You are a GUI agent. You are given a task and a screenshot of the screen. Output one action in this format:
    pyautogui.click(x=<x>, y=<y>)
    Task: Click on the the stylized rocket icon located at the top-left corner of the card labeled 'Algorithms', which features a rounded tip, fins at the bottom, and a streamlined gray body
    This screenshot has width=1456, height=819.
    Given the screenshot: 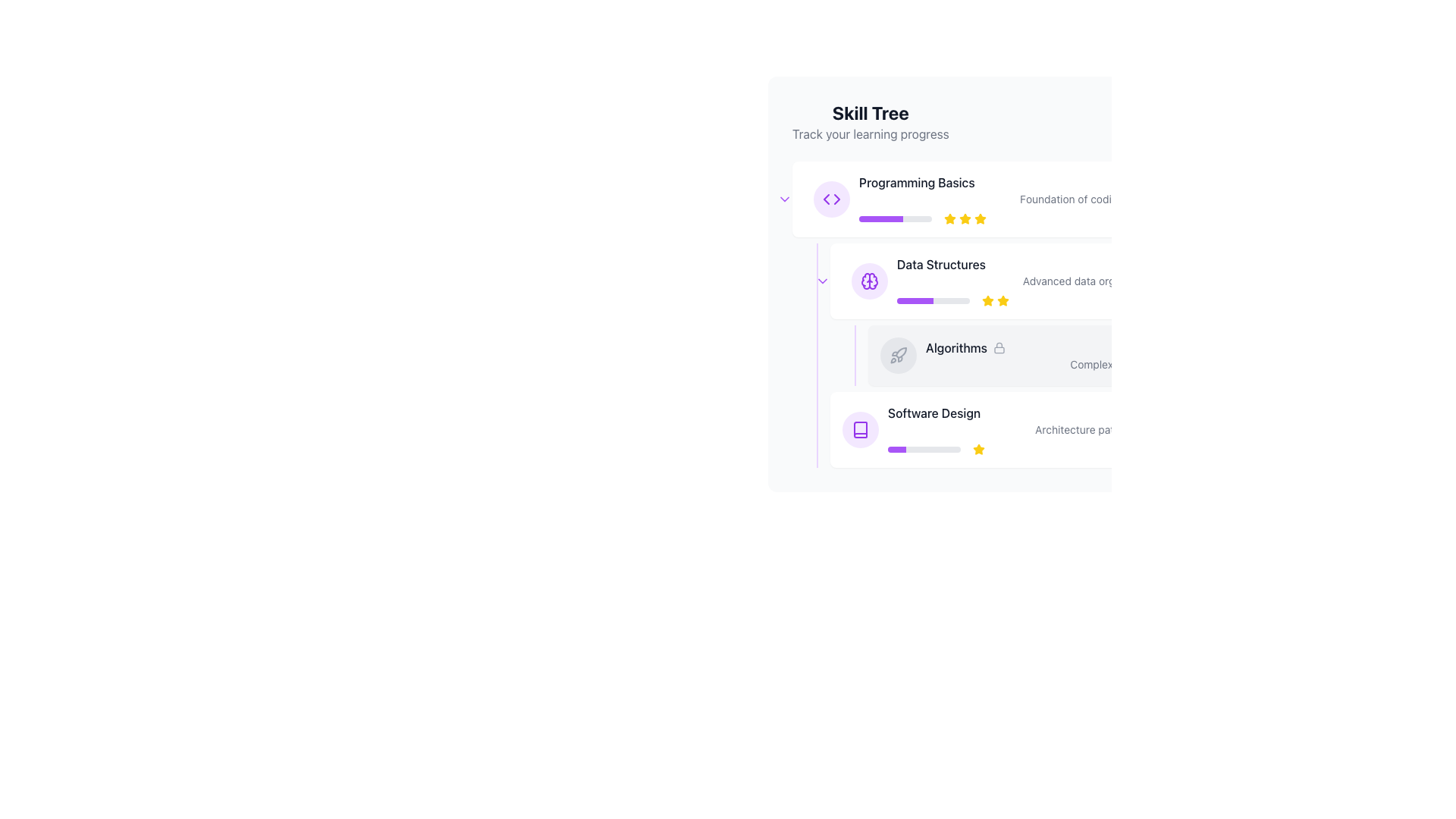 What is the action you would take?
    pyautogui.click(x=899, y=356)
    